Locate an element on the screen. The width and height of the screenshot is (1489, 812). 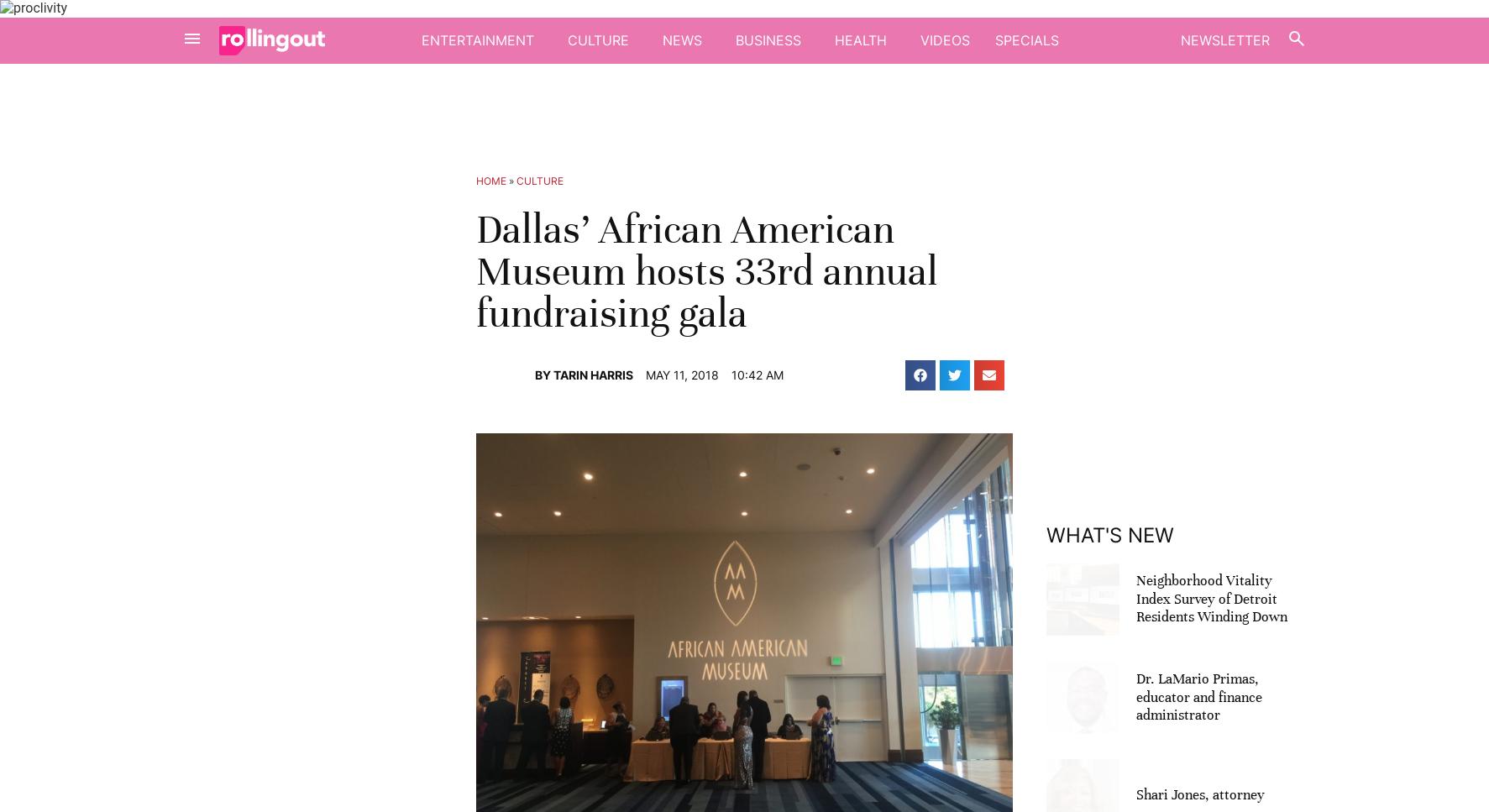
'Specials' is located at coordinates (1025, 39).